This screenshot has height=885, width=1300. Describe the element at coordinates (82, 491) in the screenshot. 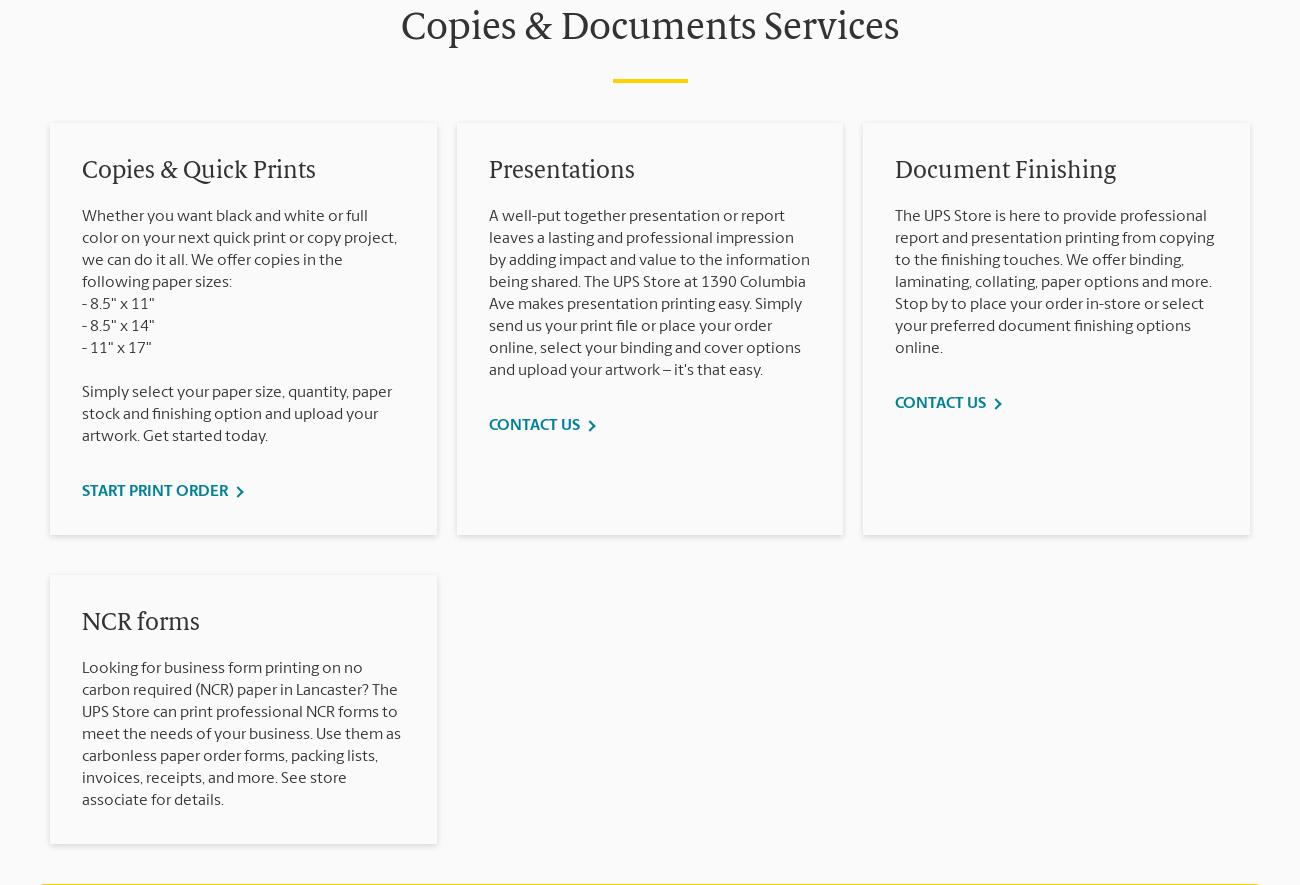

I see `'Start Print Order'` at that location.